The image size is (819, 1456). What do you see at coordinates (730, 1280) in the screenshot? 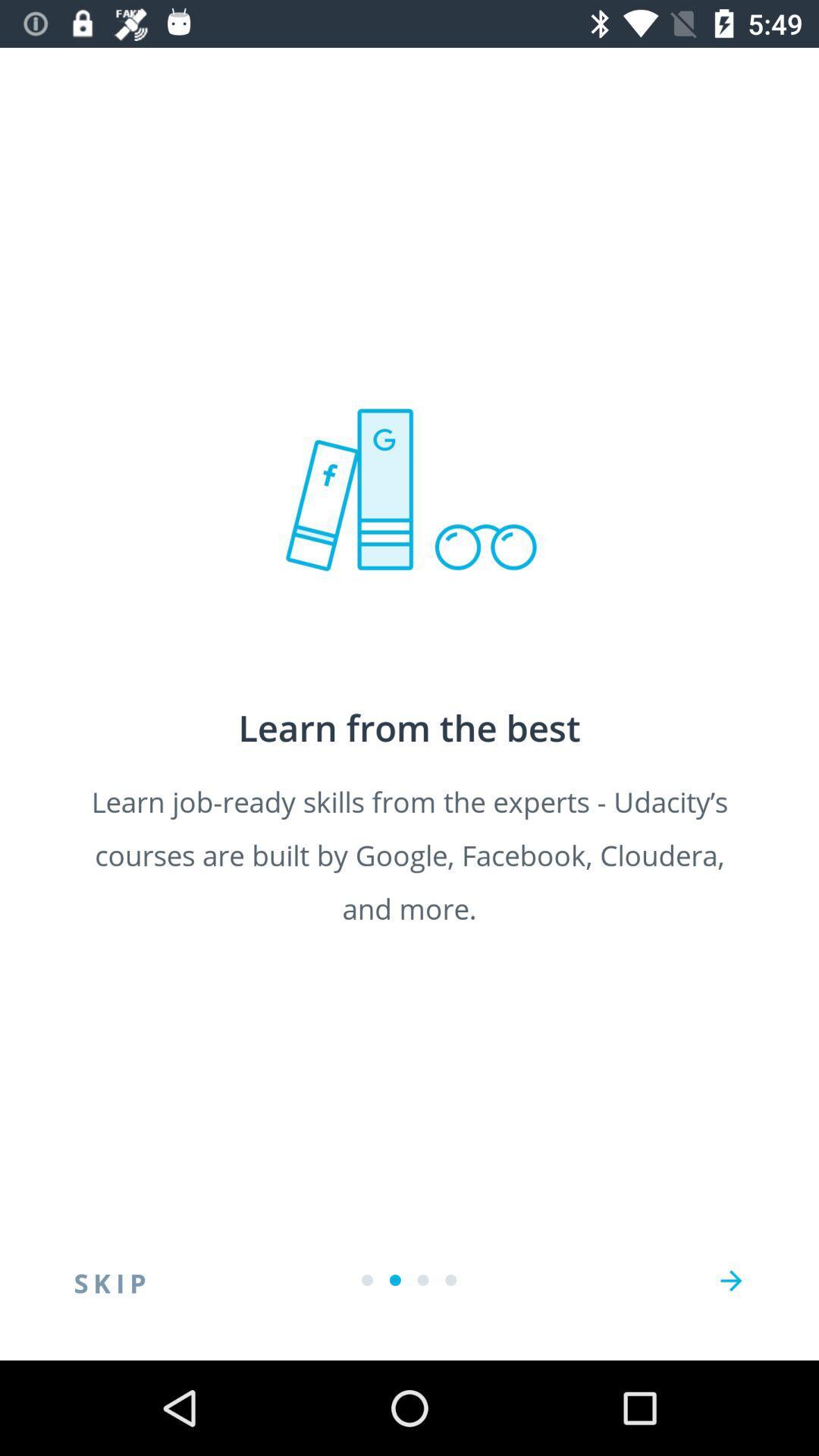
I see `next page` at bounding box center [730, 1280].